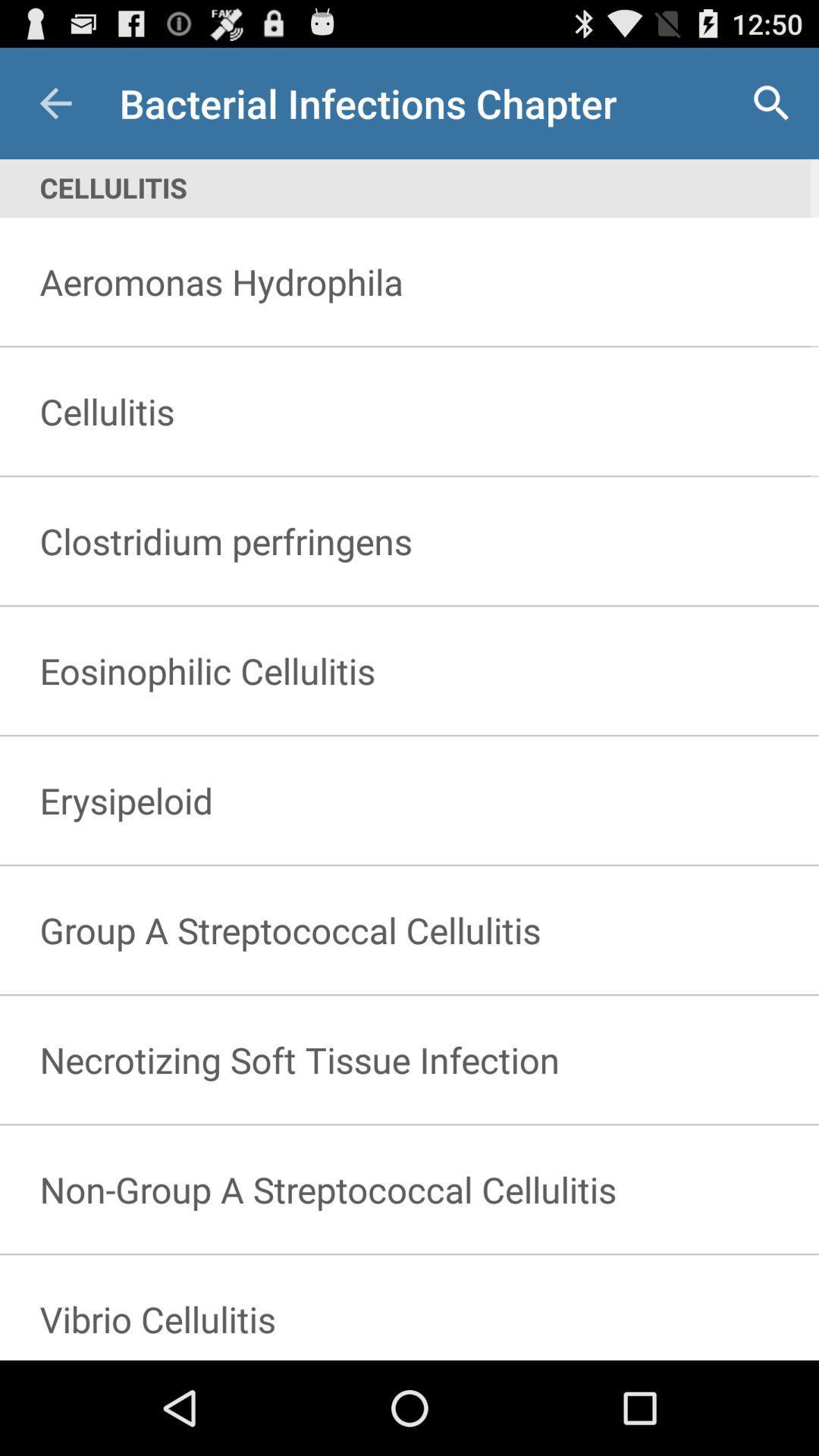 The width and height of the screenshot is (819, 1456). I want to click on the icon next to the bacterial infections chapter, so click(771, 102).